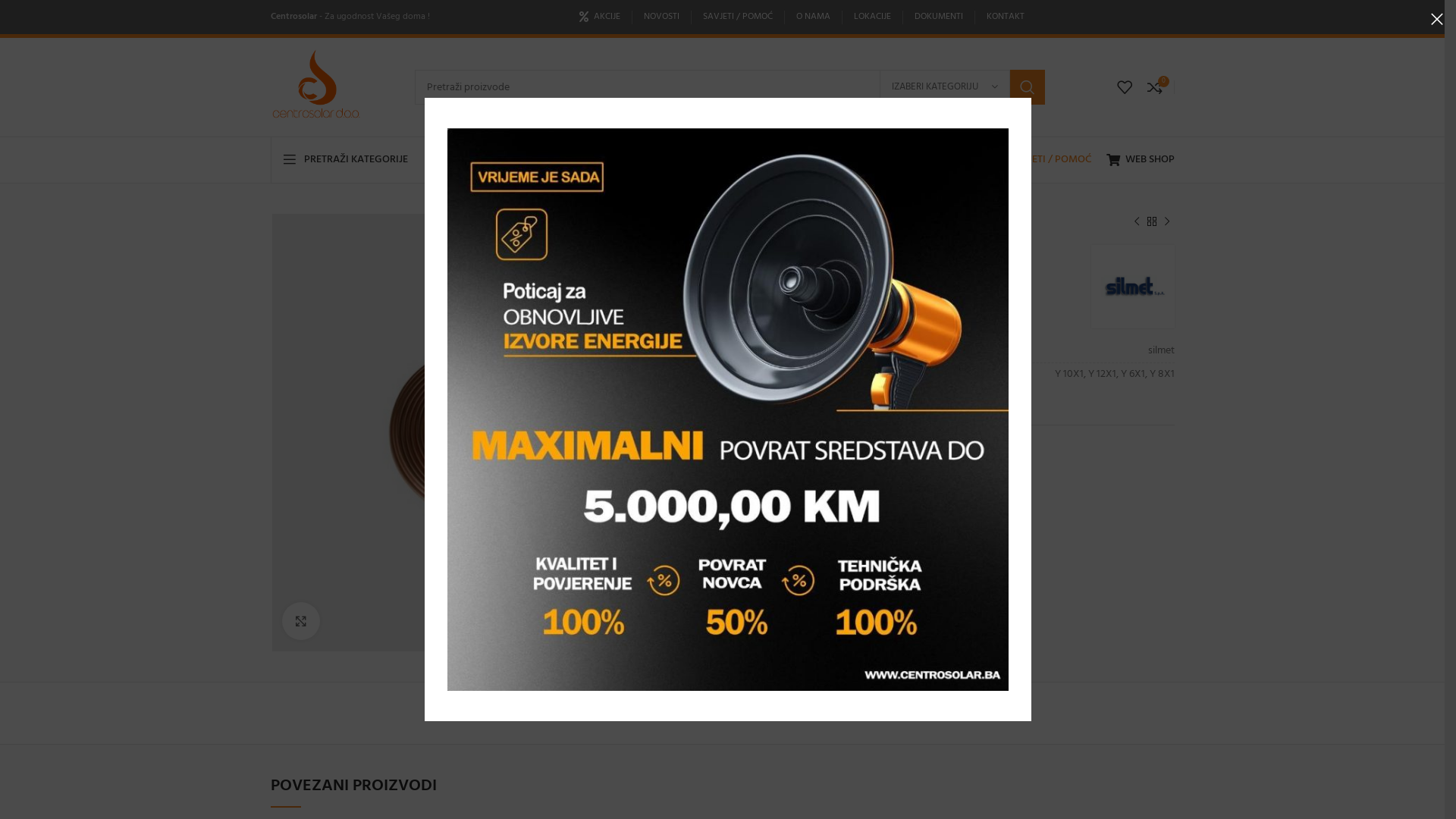 This screenshot has width=1456, height=819. I want to click on 'silmet', so click(1098, 287).